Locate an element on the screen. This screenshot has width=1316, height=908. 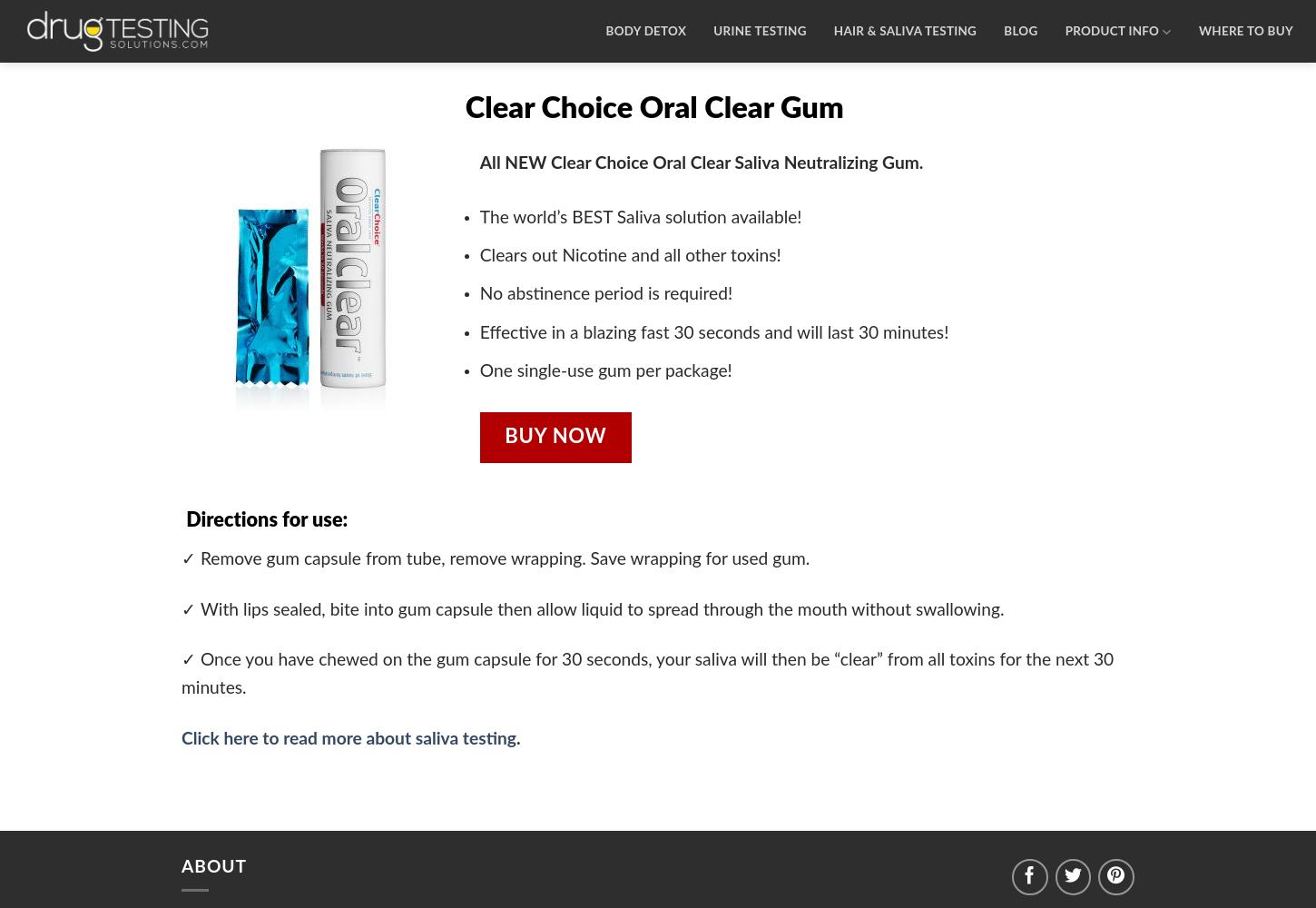
'Effective in a blazing fast 30 seconds and will last 30 minutes!' is located at coordinates (713, 331).